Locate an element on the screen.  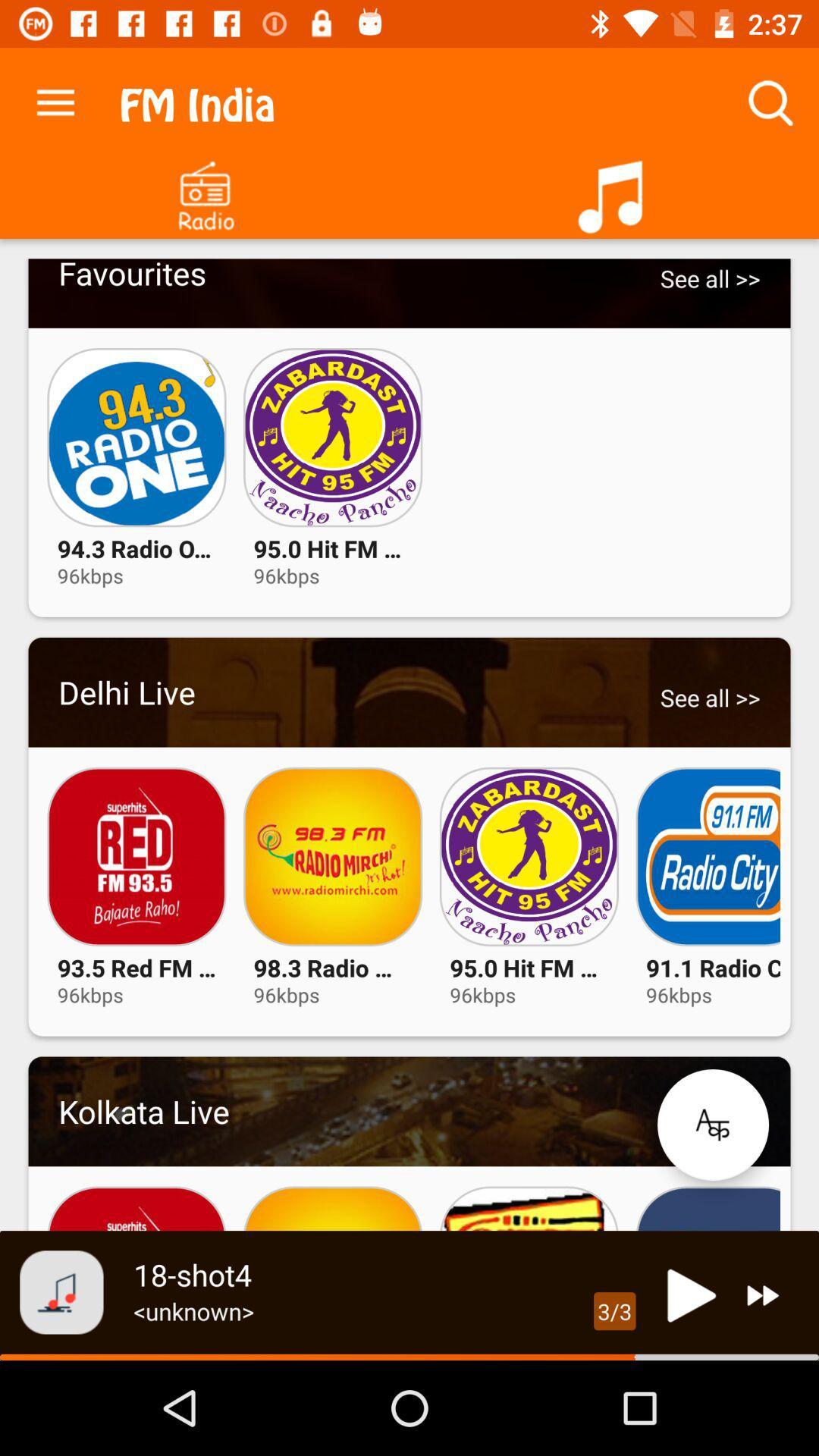
music playlist is located at coordinates (614, 190).